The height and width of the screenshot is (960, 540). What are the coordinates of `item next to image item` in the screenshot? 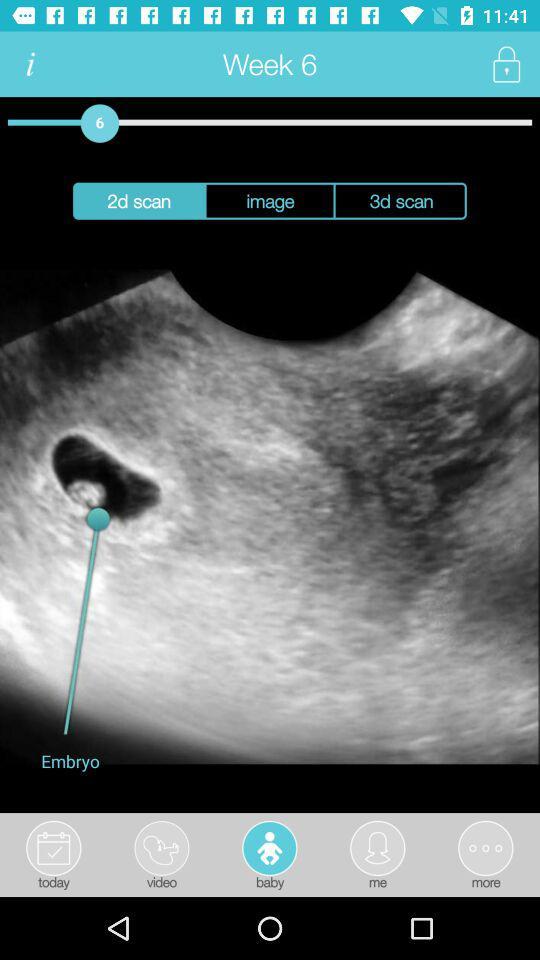 It's located at (137, 201).